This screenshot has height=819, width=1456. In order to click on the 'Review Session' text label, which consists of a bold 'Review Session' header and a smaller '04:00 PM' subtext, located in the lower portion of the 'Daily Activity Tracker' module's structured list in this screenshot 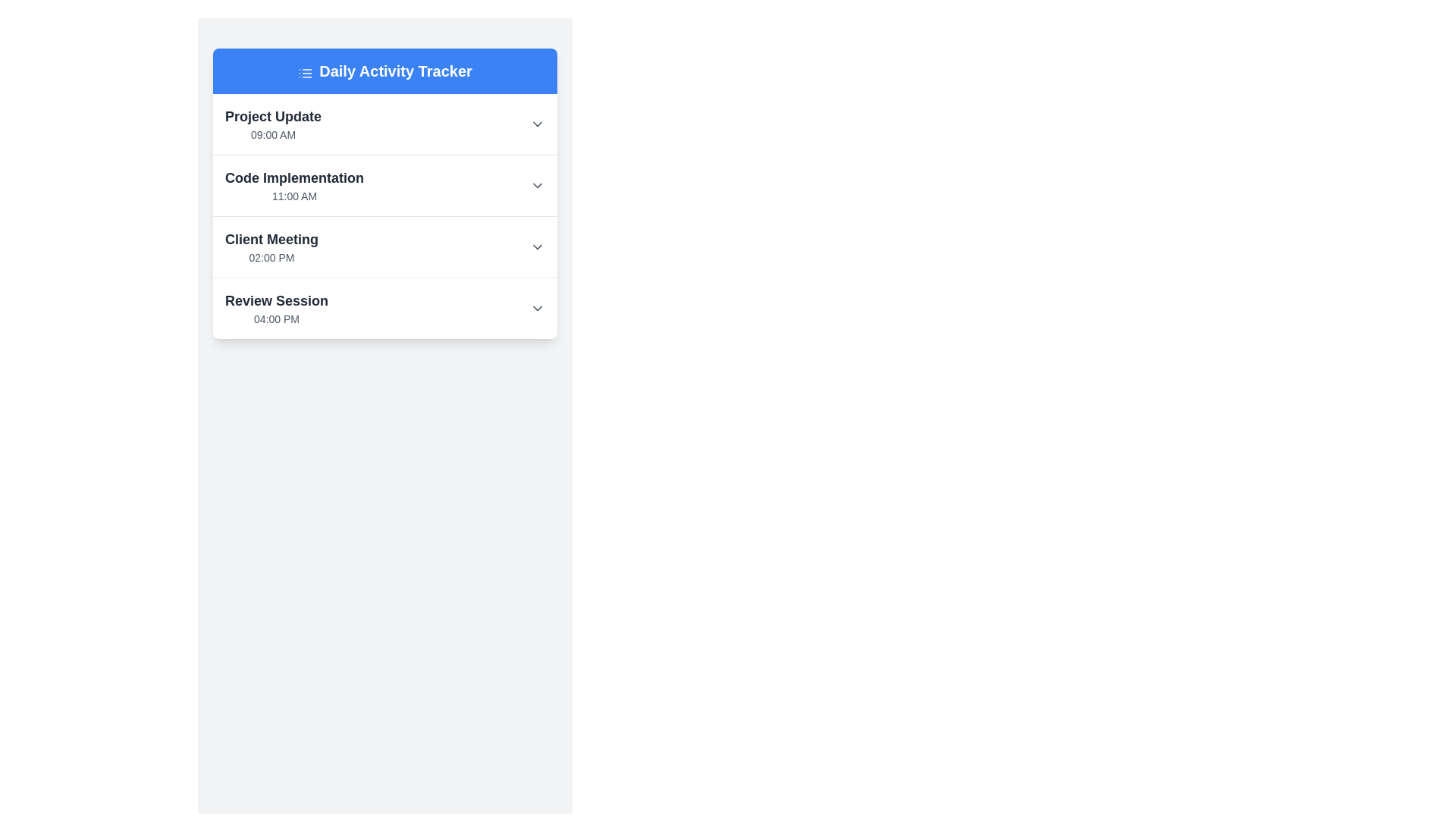, I will do `click(276, 308)`.